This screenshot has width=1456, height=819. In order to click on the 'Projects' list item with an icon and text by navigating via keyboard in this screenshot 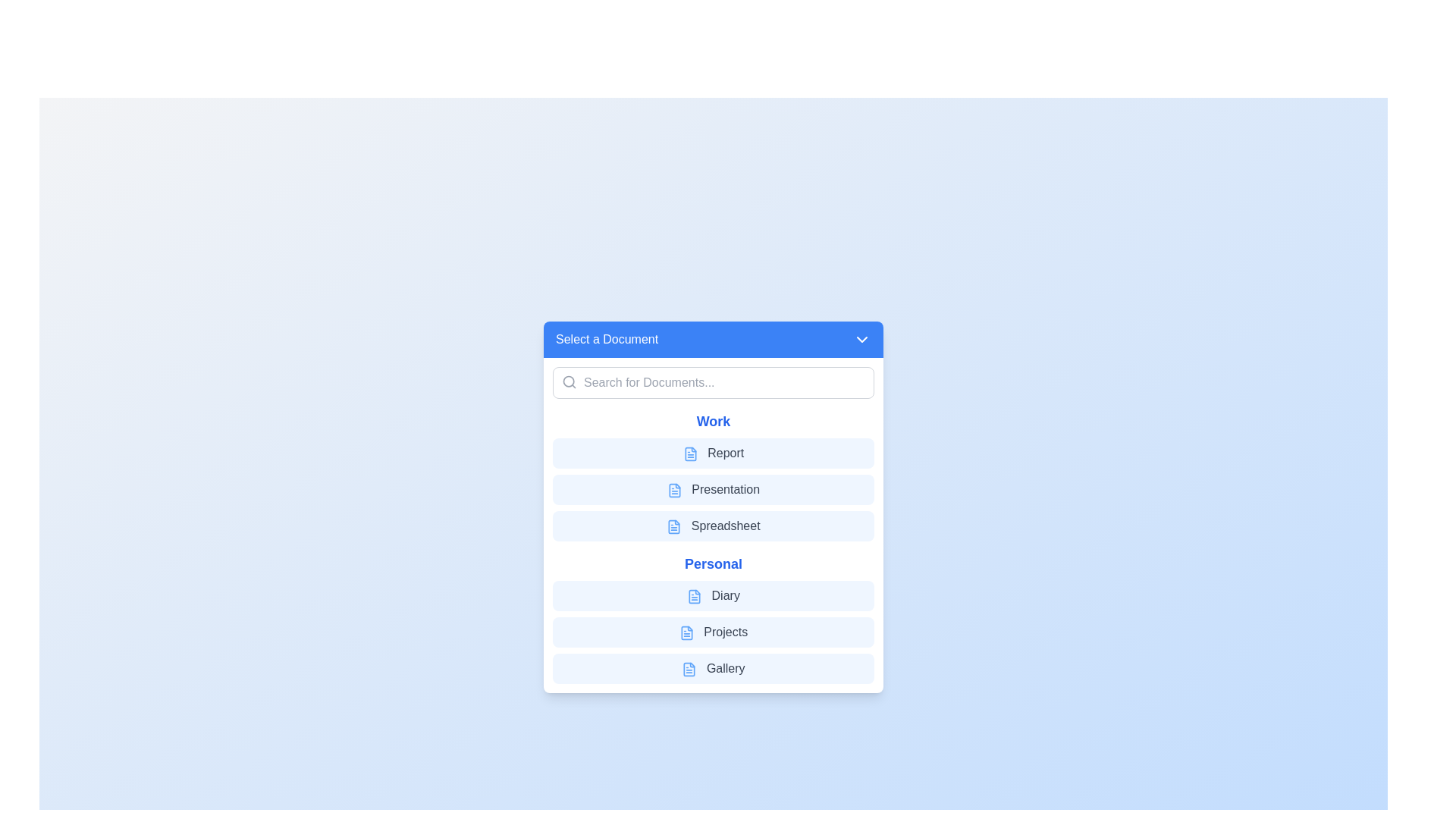, I will do `click(712, 632)`.